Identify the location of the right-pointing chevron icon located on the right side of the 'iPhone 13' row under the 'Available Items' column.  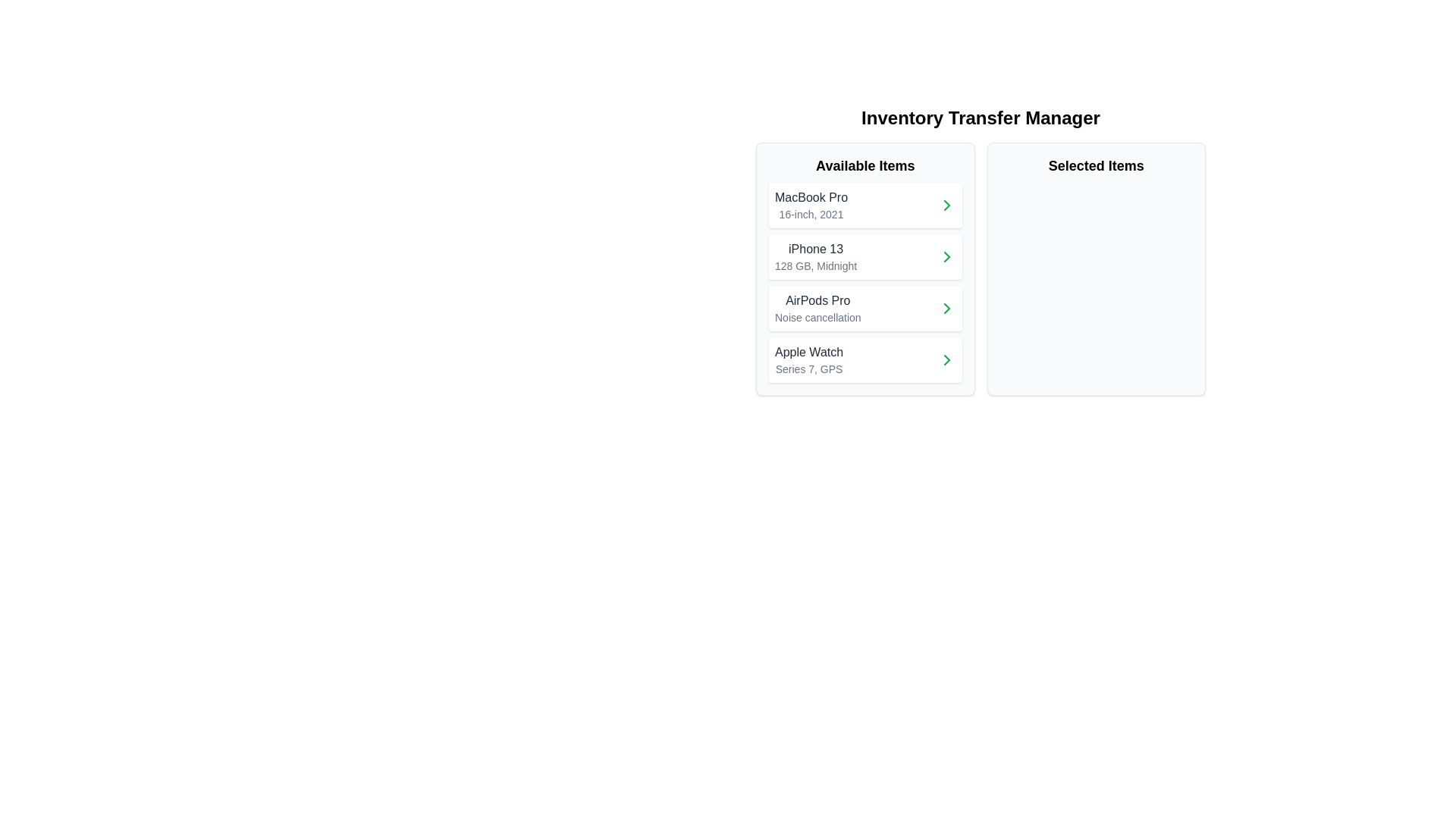
(946, 256).